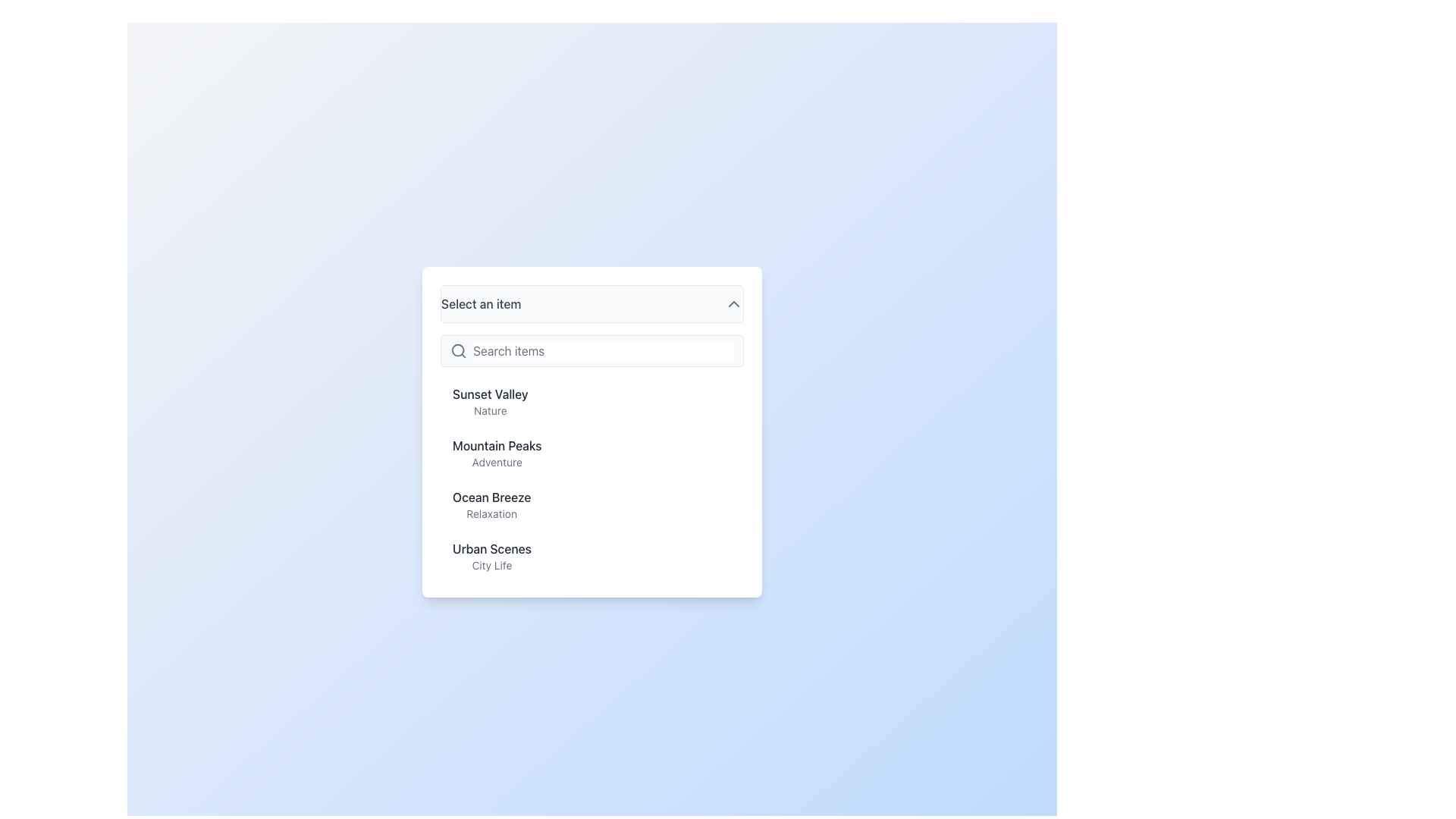 The height and width of the screenshot is (819, 1456). Describe the element at coordinates (491, 497) in the screenshot. I see `the text element 'Ocean Breeze', which is a medium-sized gray heading in a dropdown menu, positioned above the subtitle 'Relaxation'` at that location.